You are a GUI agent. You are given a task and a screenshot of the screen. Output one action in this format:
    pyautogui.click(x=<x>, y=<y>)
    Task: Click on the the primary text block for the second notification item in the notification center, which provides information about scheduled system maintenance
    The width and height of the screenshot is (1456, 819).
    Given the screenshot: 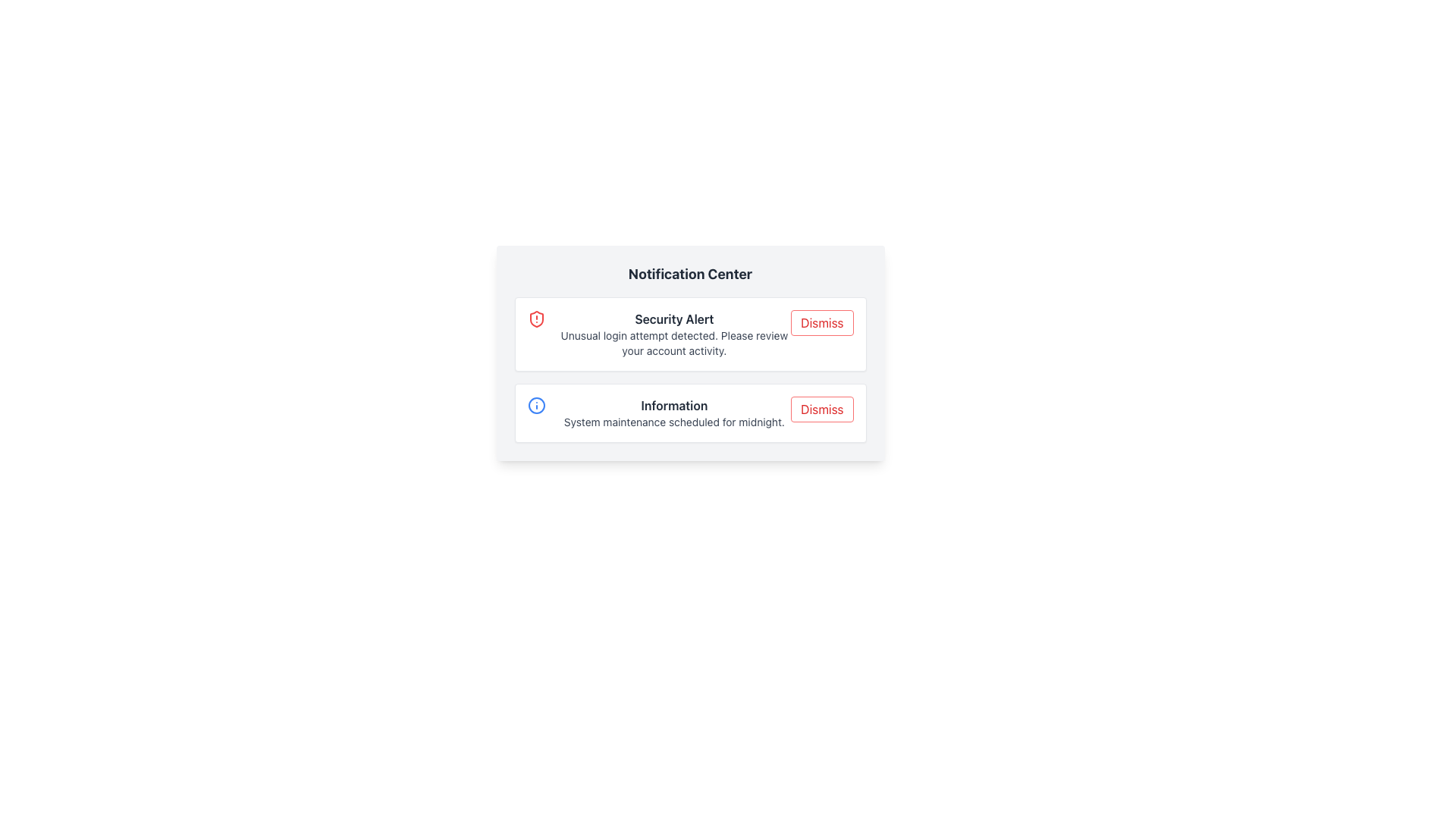 What is the action you would take?
    pyautogui.click(x=673, y=413)
    